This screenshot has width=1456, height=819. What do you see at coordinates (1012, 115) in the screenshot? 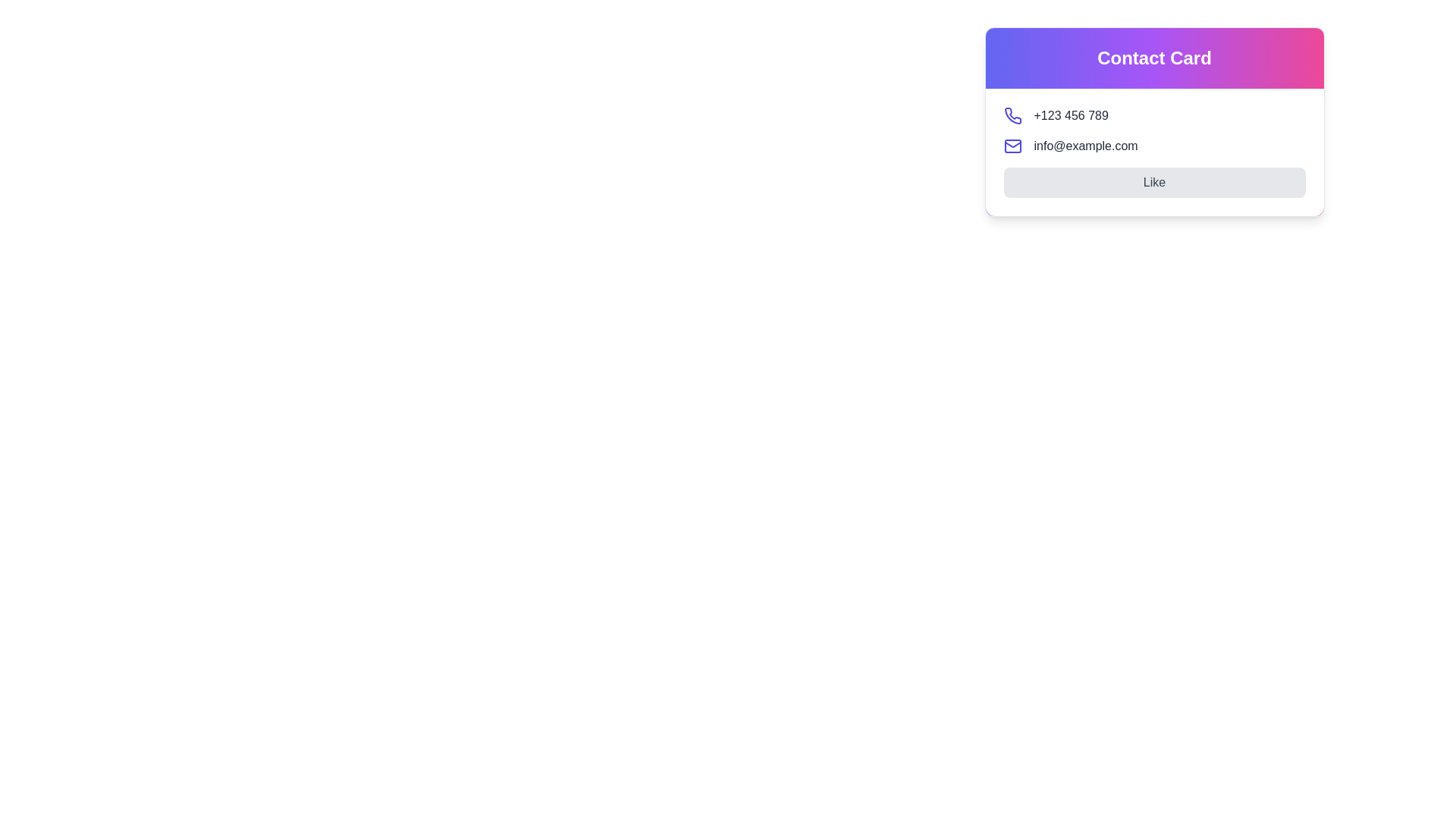
I see `the phone icon located at the top left of the contact details section to initiate the calling action` at bounding box center [1012, 115].